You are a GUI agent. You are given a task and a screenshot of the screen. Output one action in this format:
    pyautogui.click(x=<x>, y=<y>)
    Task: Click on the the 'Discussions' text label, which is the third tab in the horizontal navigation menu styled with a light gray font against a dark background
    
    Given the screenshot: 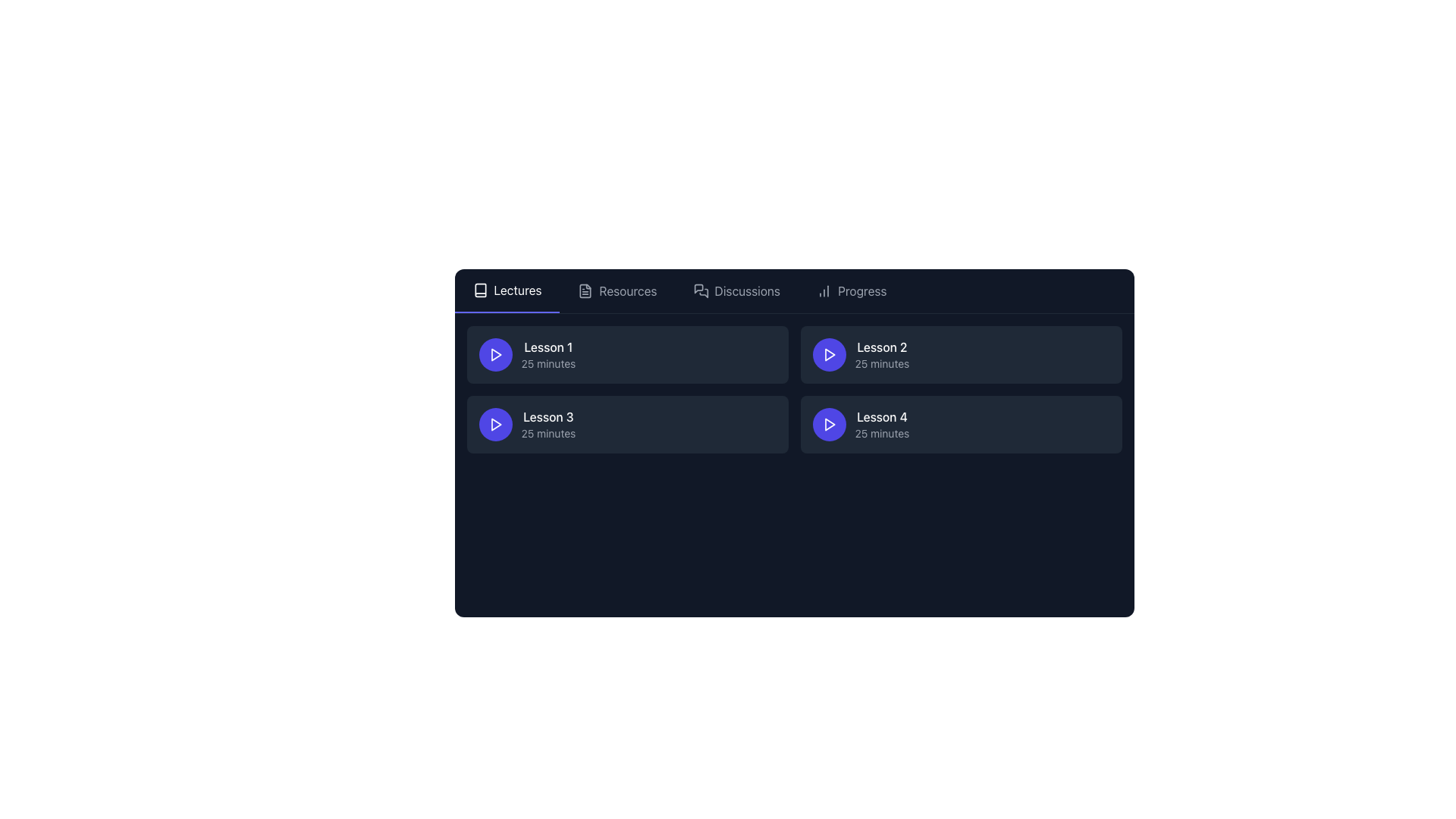 What is the action you would take?
    pyautogui.click(x=747, y=291)
    